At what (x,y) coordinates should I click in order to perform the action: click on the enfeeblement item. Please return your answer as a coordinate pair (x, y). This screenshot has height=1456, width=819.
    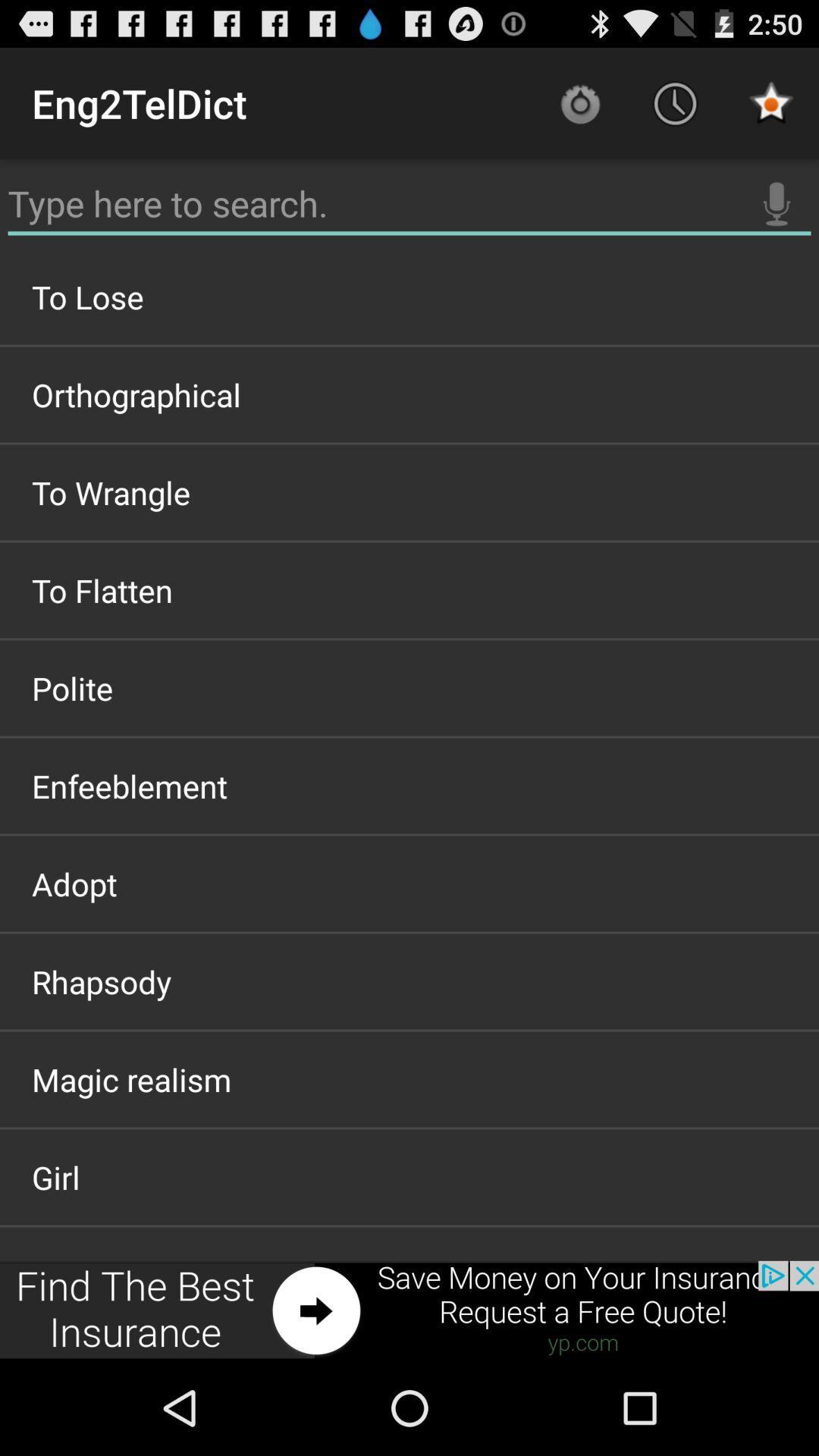
    Looking at the image, I should click on (409, 786).